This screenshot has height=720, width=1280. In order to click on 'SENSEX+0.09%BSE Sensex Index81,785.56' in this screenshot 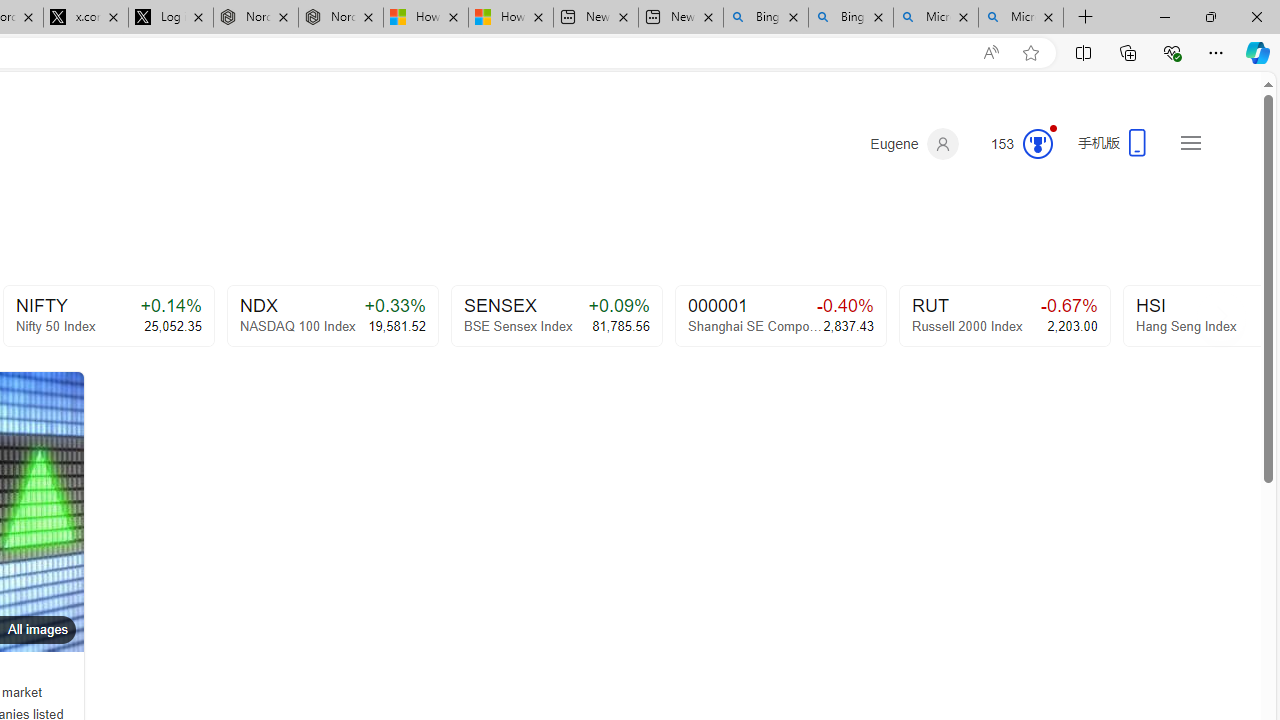, I will do `click(556, 315)`.